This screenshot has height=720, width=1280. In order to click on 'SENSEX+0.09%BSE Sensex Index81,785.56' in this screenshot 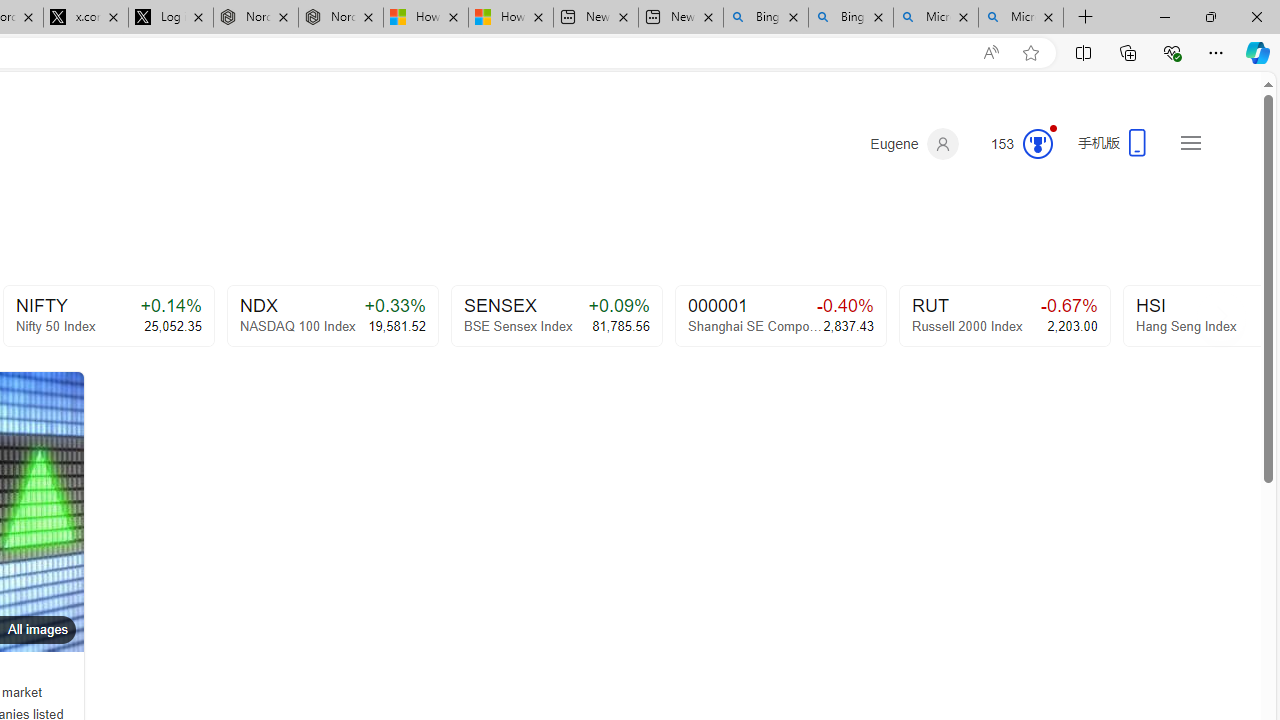, I will do `click(556, 315)`.